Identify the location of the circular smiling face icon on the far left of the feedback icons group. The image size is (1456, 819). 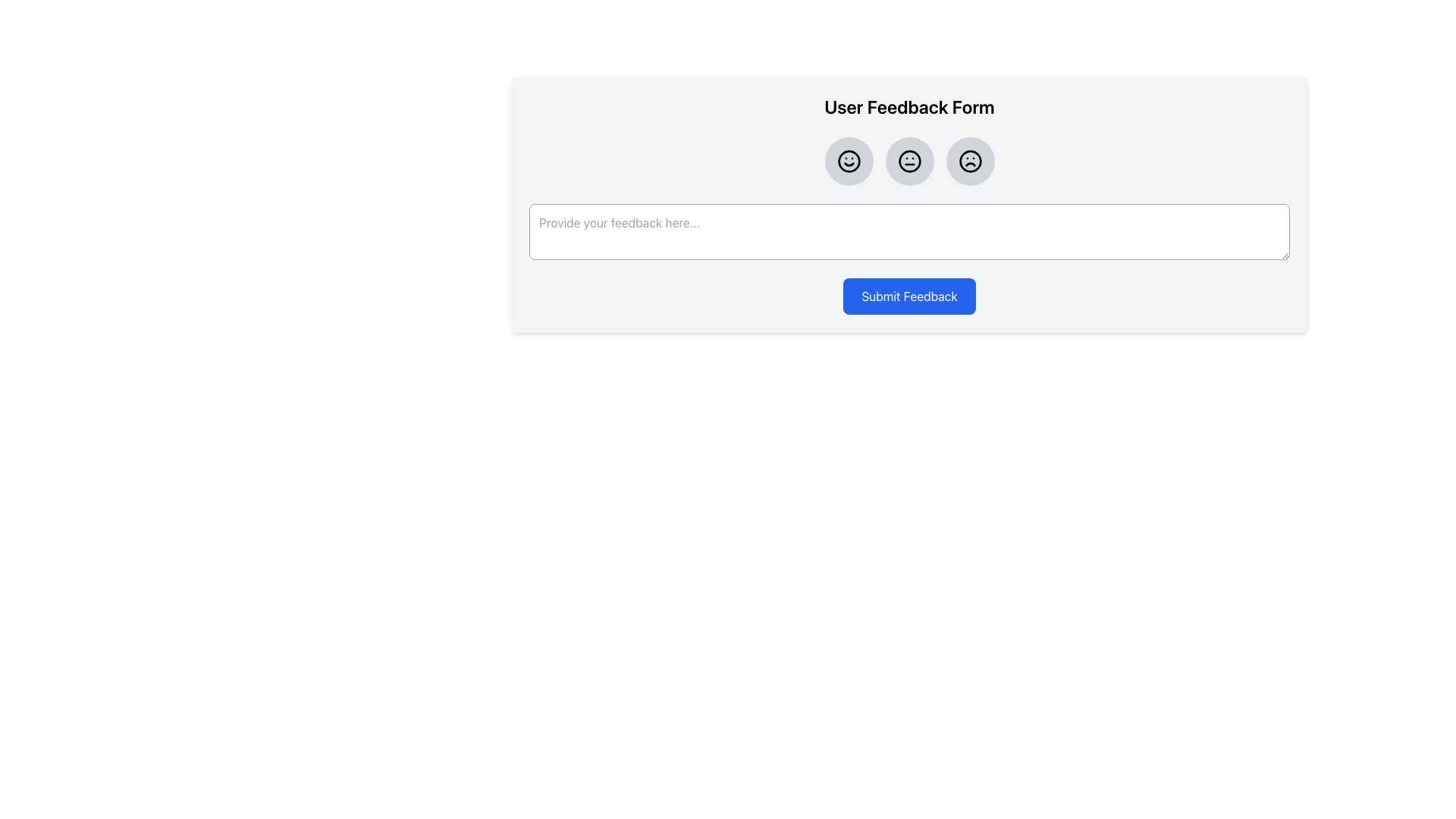
(848, 161).